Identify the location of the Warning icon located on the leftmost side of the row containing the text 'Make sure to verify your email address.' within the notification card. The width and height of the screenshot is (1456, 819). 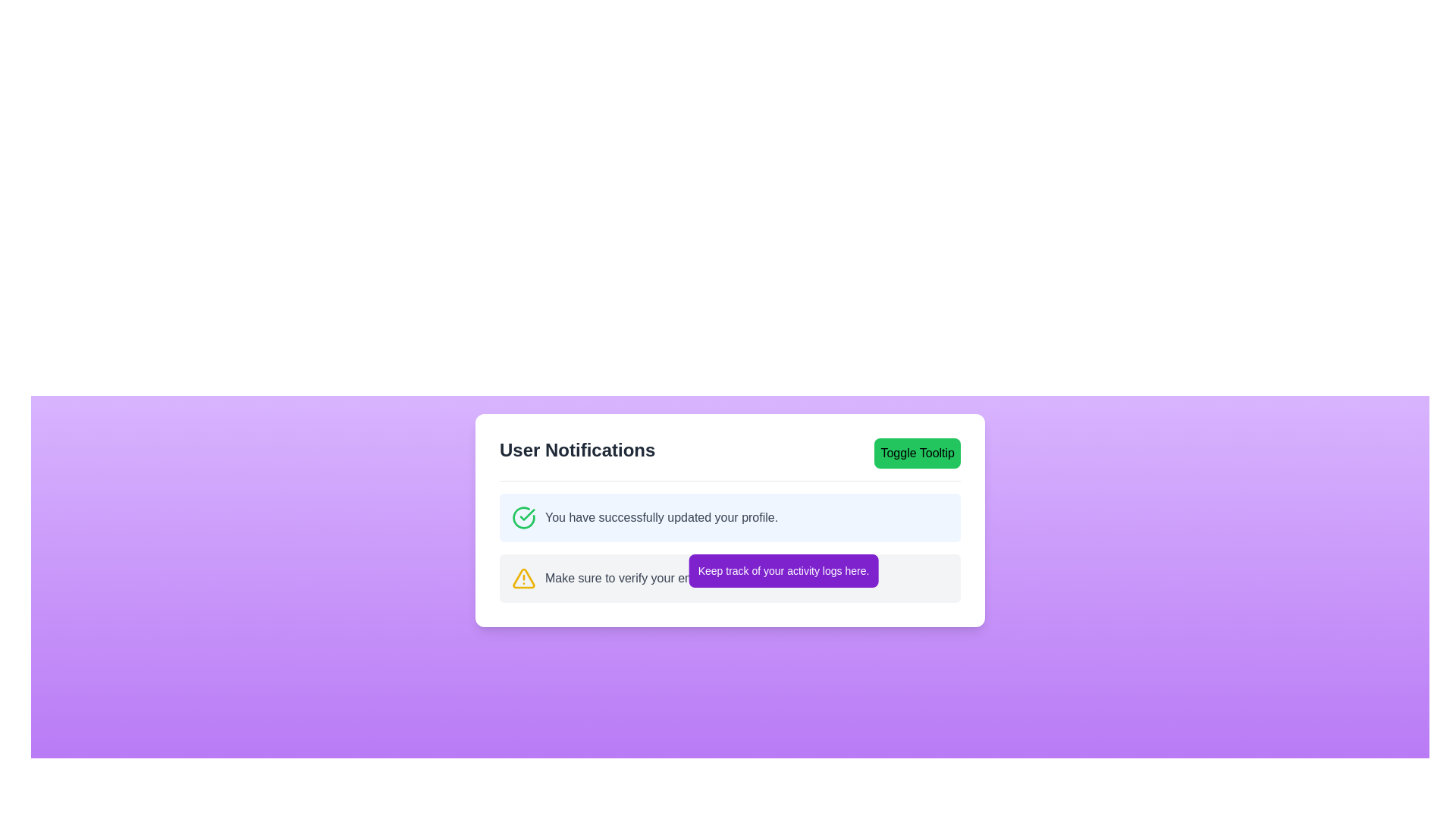
(524, 579).